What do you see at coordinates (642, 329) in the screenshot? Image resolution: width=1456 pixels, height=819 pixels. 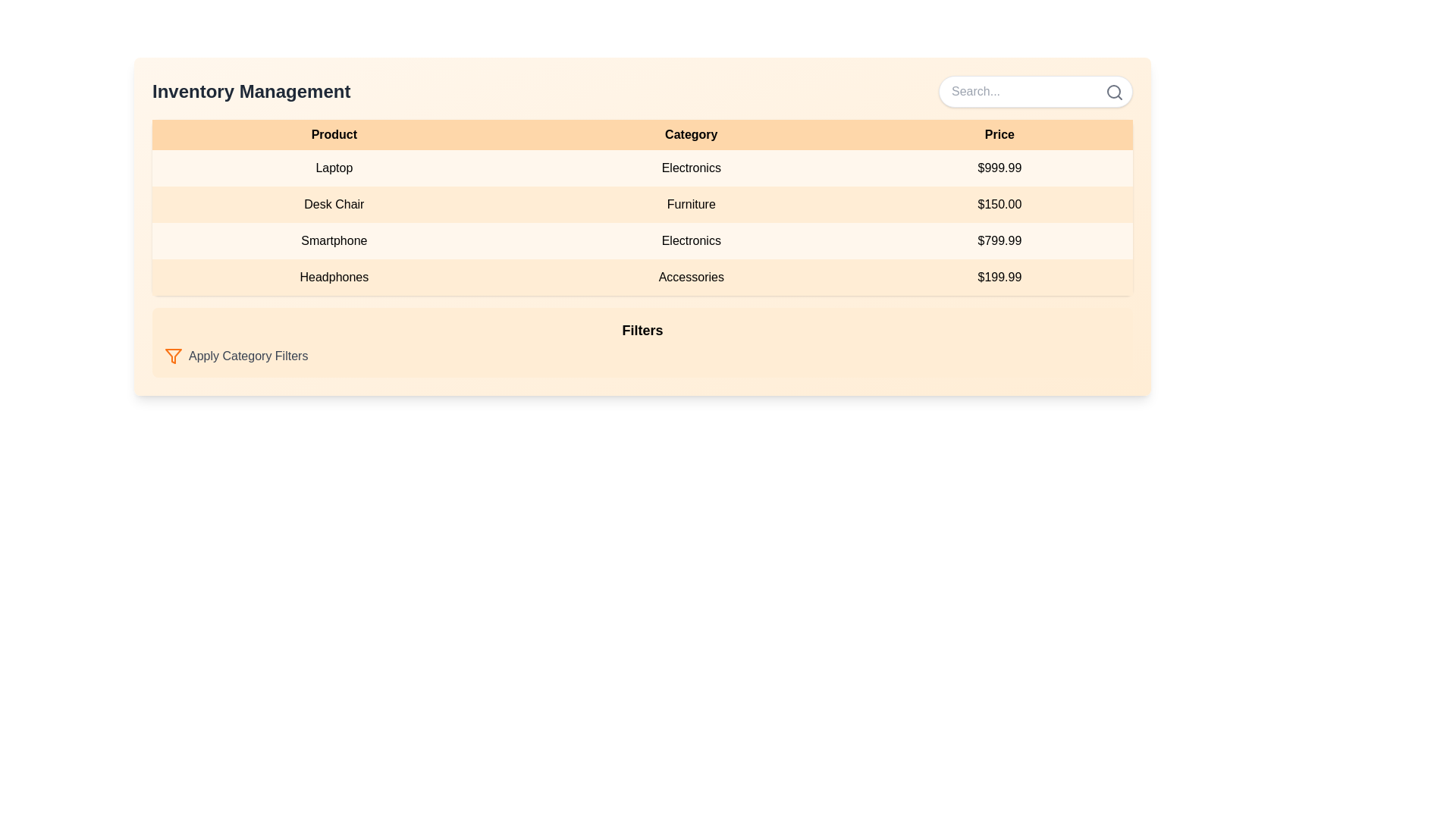 I see `text label indicating the title or purpose of the section for applying filters, which is centrally positioned above the text 'Apply Category Filters'` at bounding box center [642, 329].